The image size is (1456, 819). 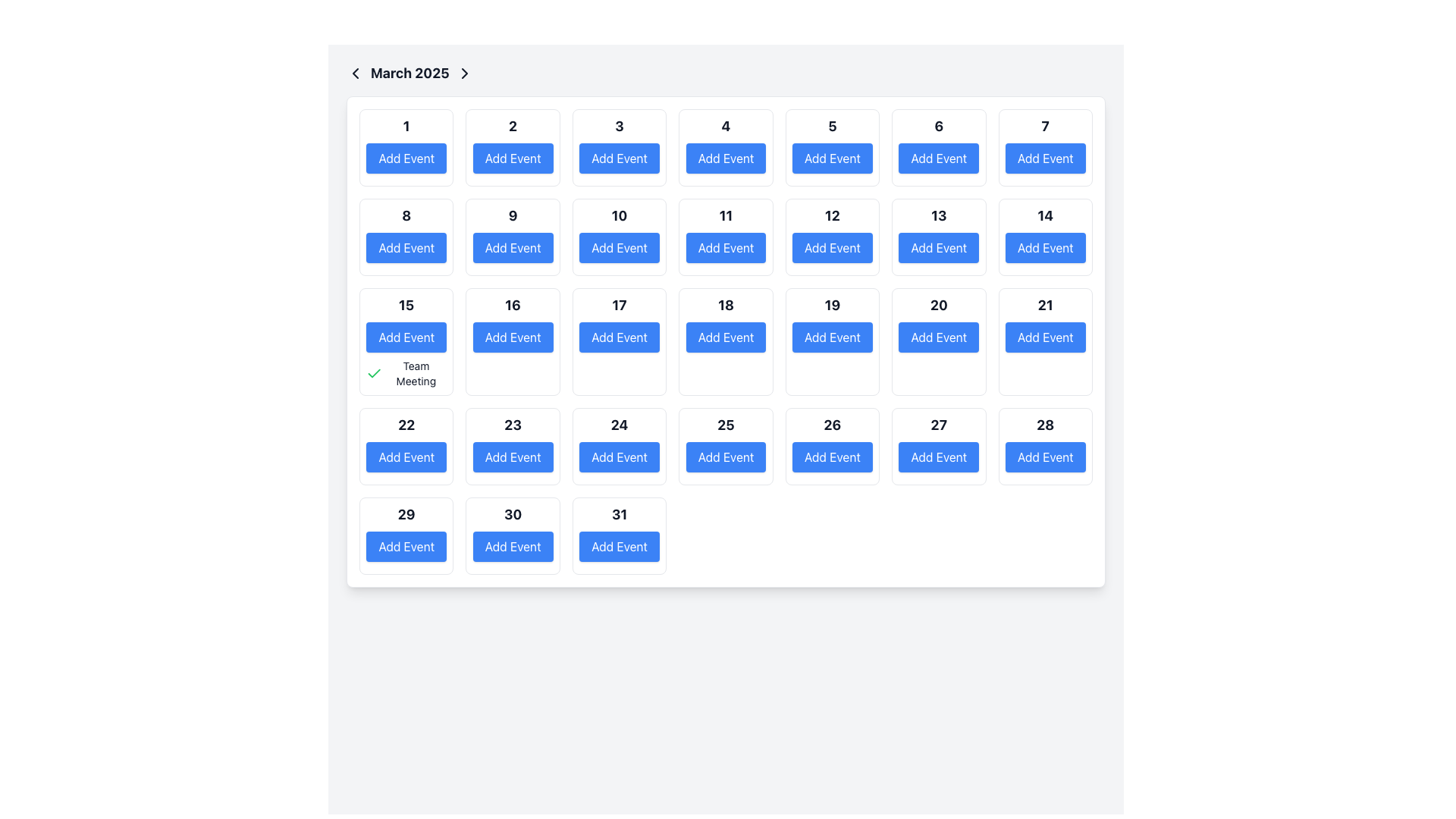 What do you see at coordinates (725, 446) in the screenshot?
I see `the Calendar Day Cell representing the 25th day of the month` at bounding box center [725, 446].